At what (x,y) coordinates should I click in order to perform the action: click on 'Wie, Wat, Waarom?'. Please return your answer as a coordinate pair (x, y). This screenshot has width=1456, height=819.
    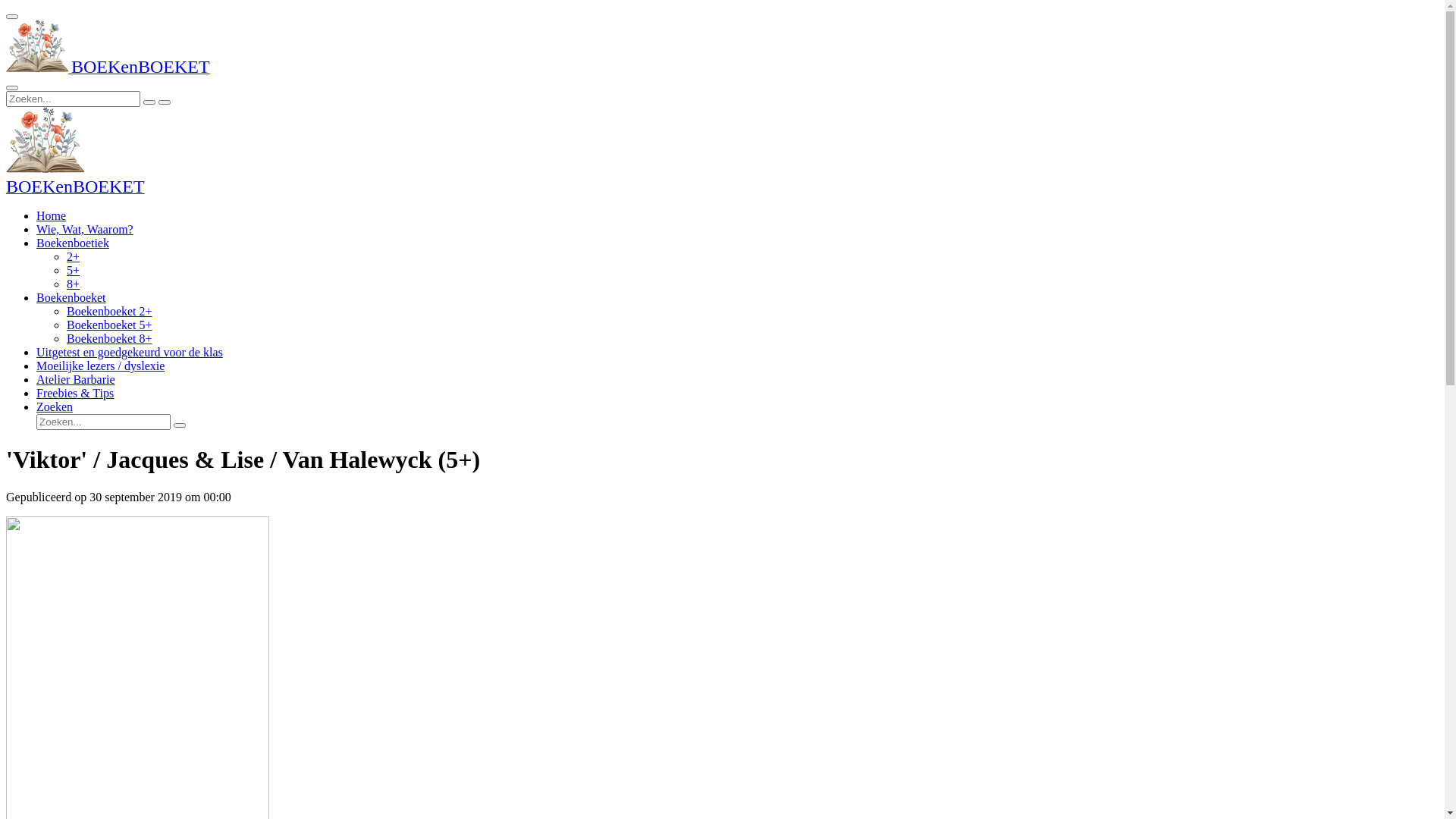
    Looking at the image, I should click on (83, 229).